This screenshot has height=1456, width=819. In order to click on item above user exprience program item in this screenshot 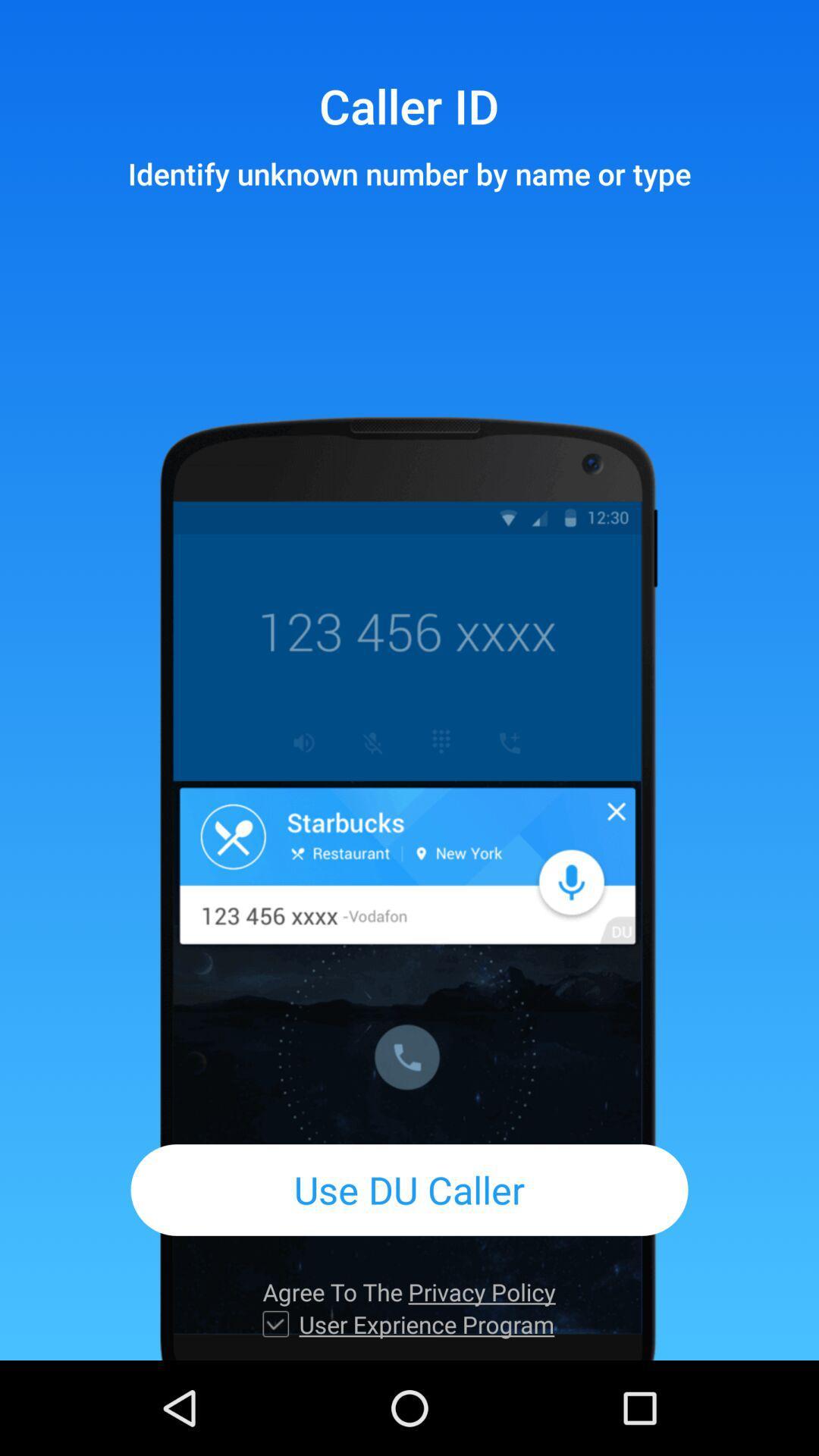, I will do `click(408, 1291)`.